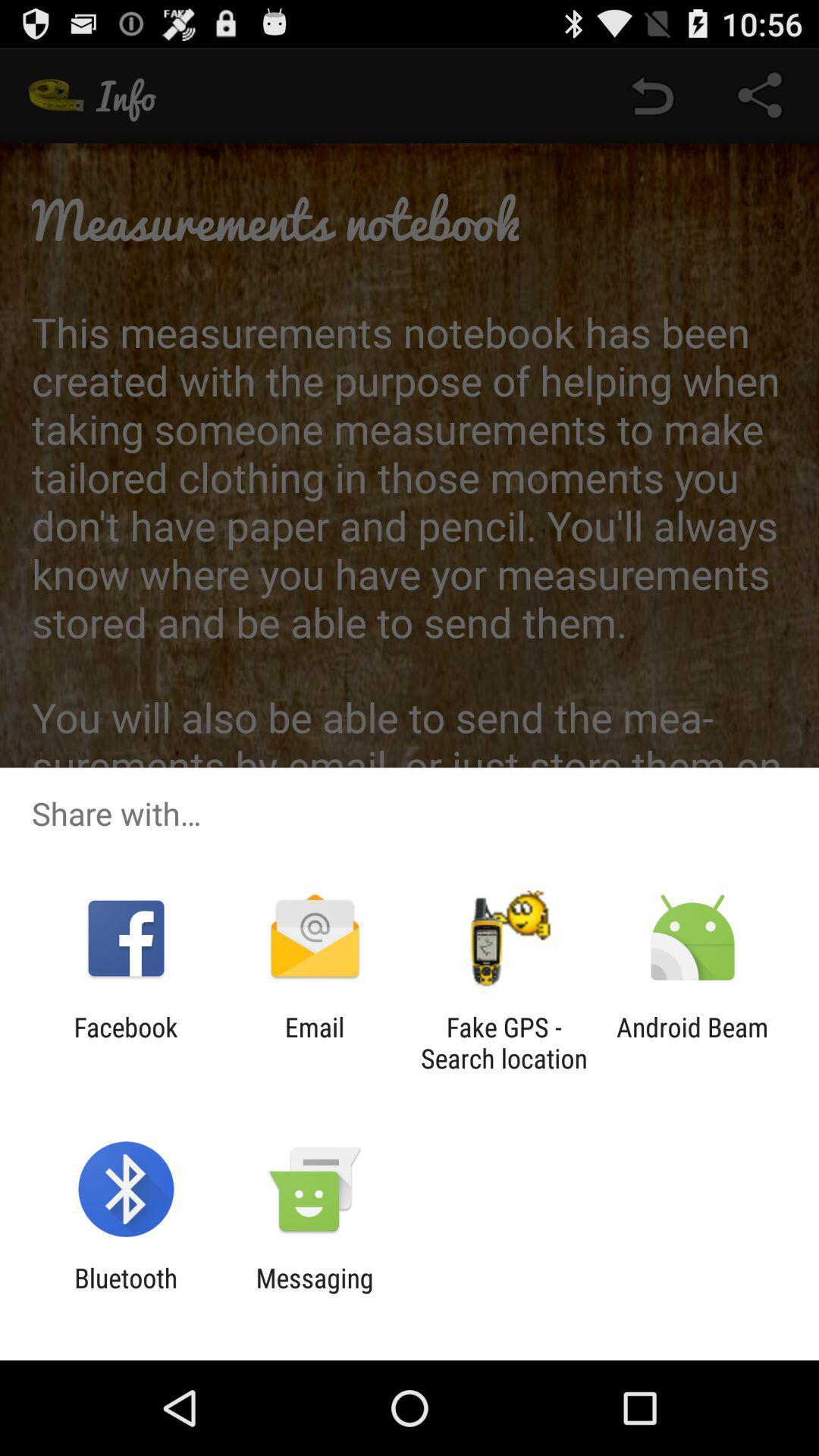  I want to click on the android beam icon, so click(692, 1042).